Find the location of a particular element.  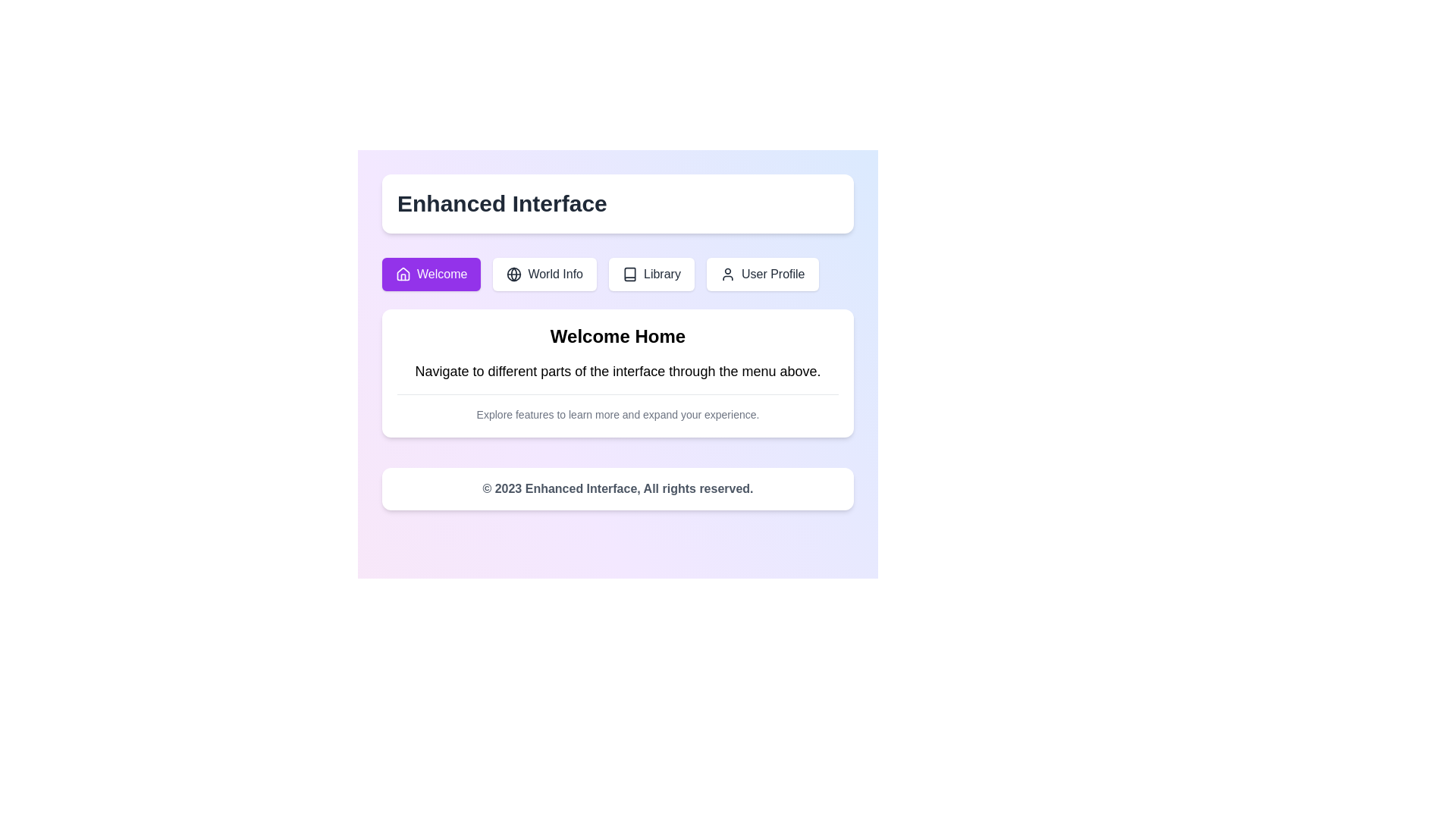

the static text label that describes the button for accessing the user profile, located in the upper-right side of the interface inside the navigation bar is located at coordinates (773, 274).